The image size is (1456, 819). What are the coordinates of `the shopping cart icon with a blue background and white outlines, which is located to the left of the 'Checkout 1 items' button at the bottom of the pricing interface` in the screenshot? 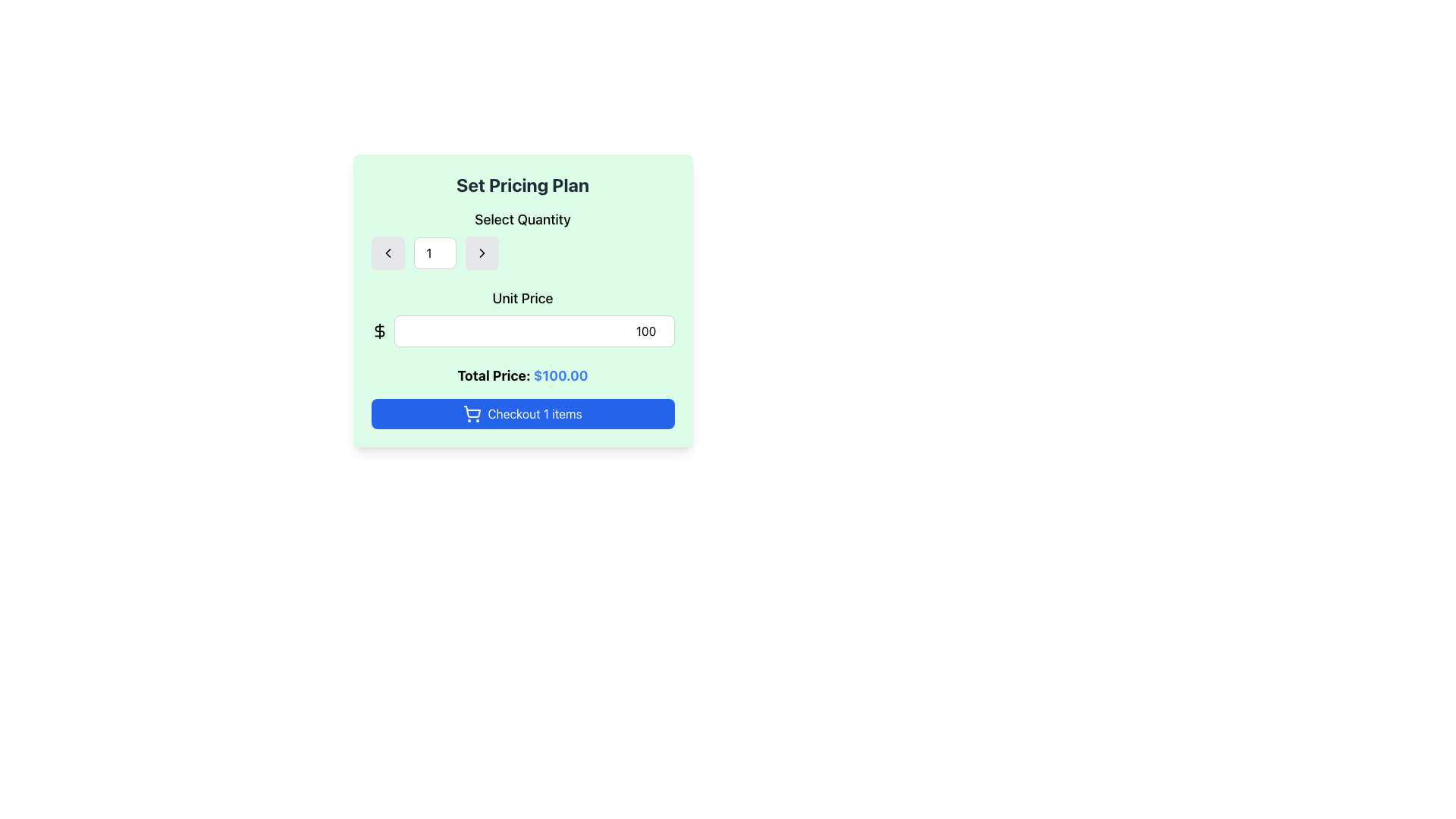 It's located at (472, 414).